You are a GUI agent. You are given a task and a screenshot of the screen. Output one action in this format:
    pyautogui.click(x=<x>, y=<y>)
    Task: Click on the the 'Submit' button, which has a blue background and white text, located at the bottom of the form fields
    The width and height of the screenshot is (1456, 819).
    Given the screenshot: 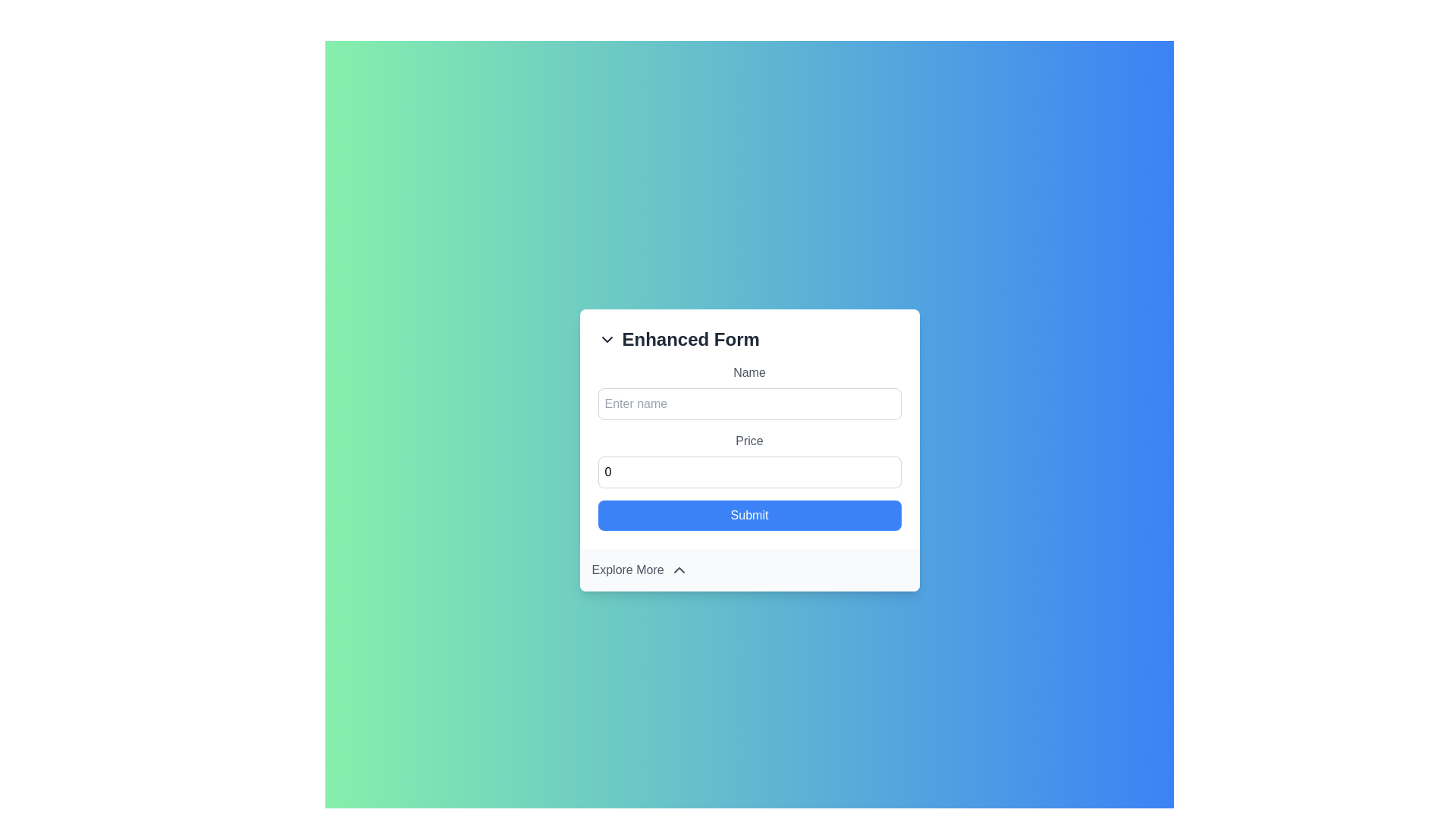 What is the action you would take?
    pyautogui.click(x=749, y=514)
    